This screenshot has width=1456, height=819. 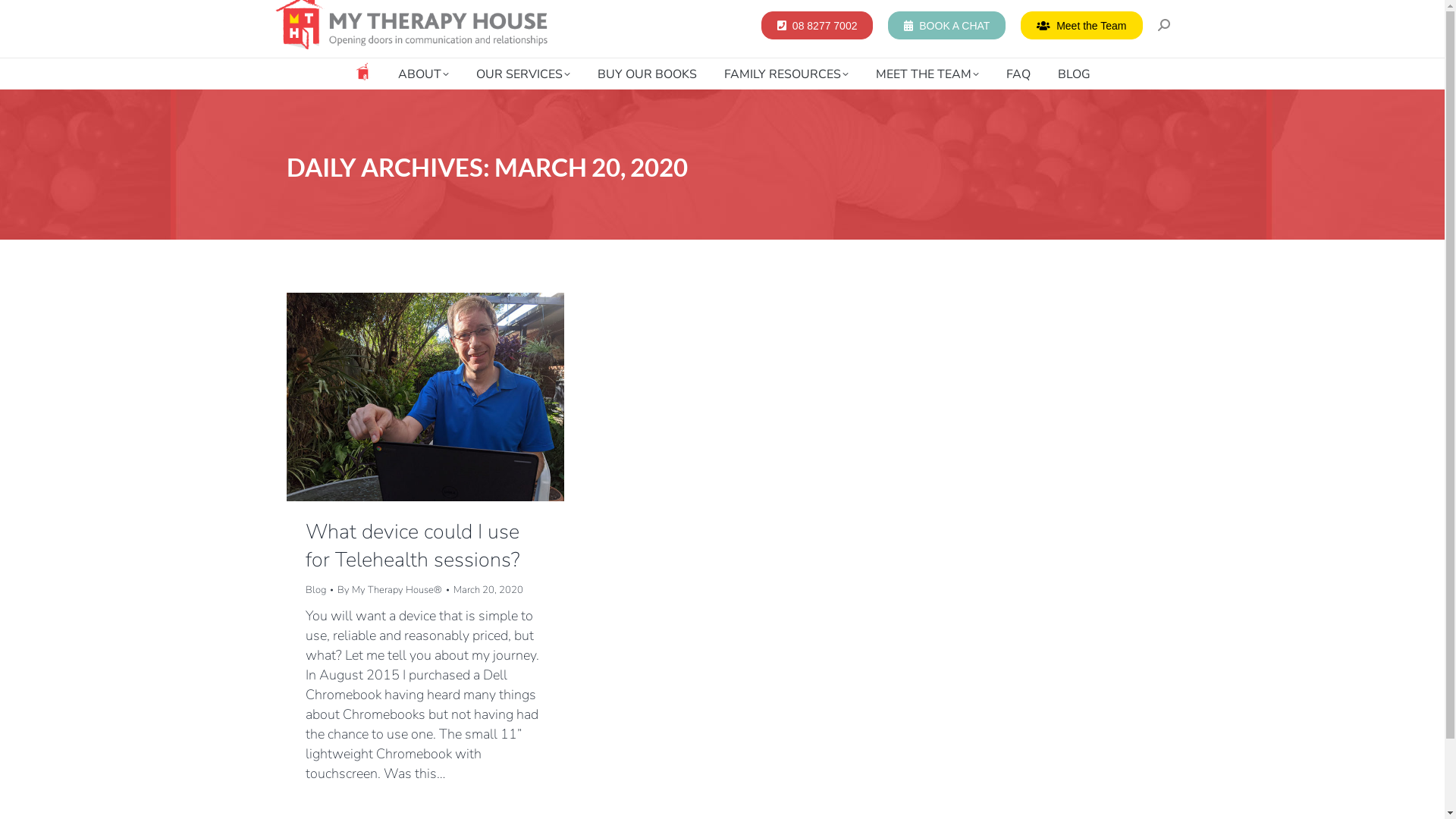 What do you see at coordinates (1018, 74) in the screenshot?
I see `'FAQ'` at bounding box center [1018, 74].